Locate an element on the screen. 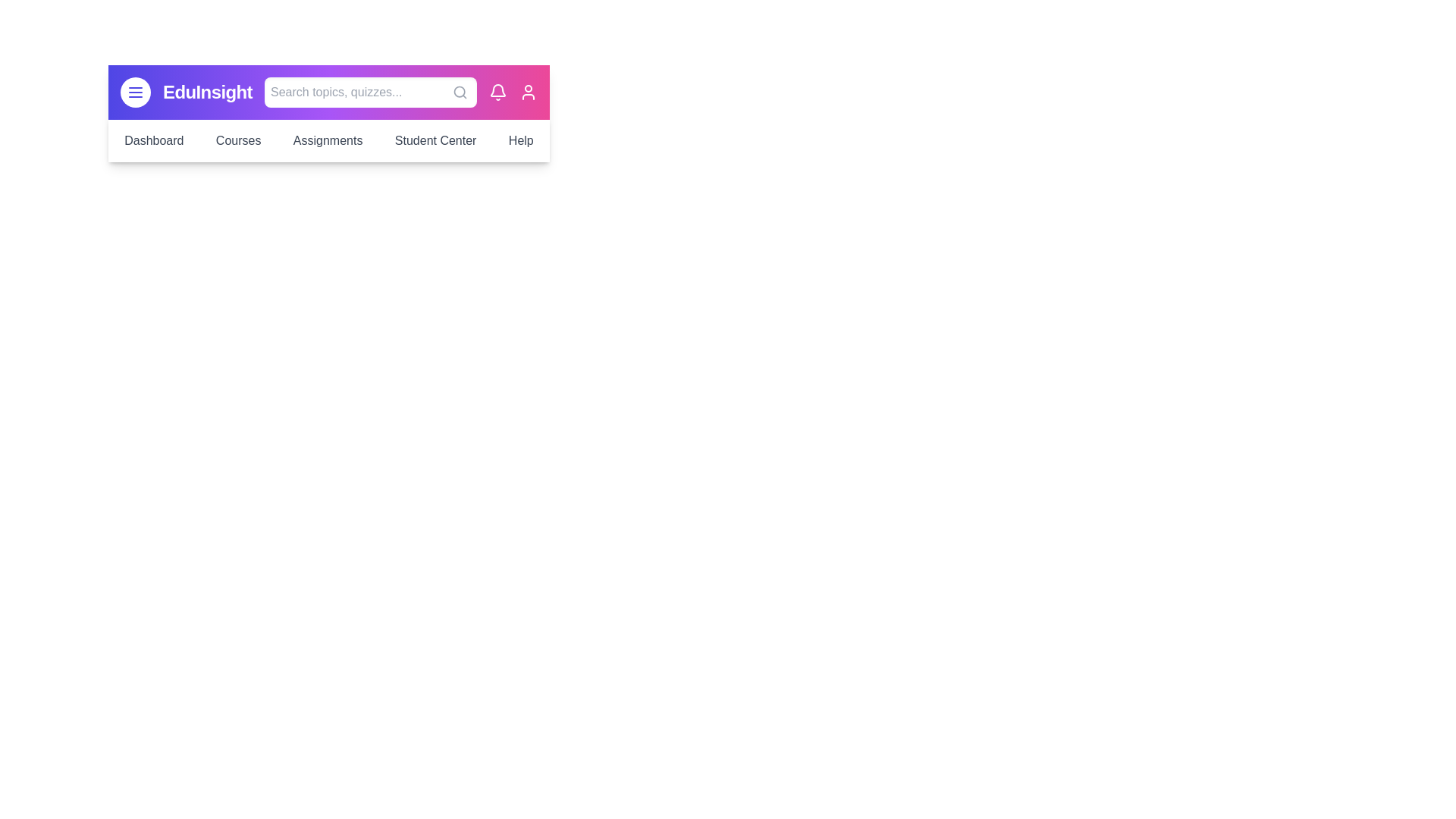 Image resolution: width=1456 pixels, height=819 pixels. the menu item Help to navigate to the corresponding section is located at coordinates (520, 140).